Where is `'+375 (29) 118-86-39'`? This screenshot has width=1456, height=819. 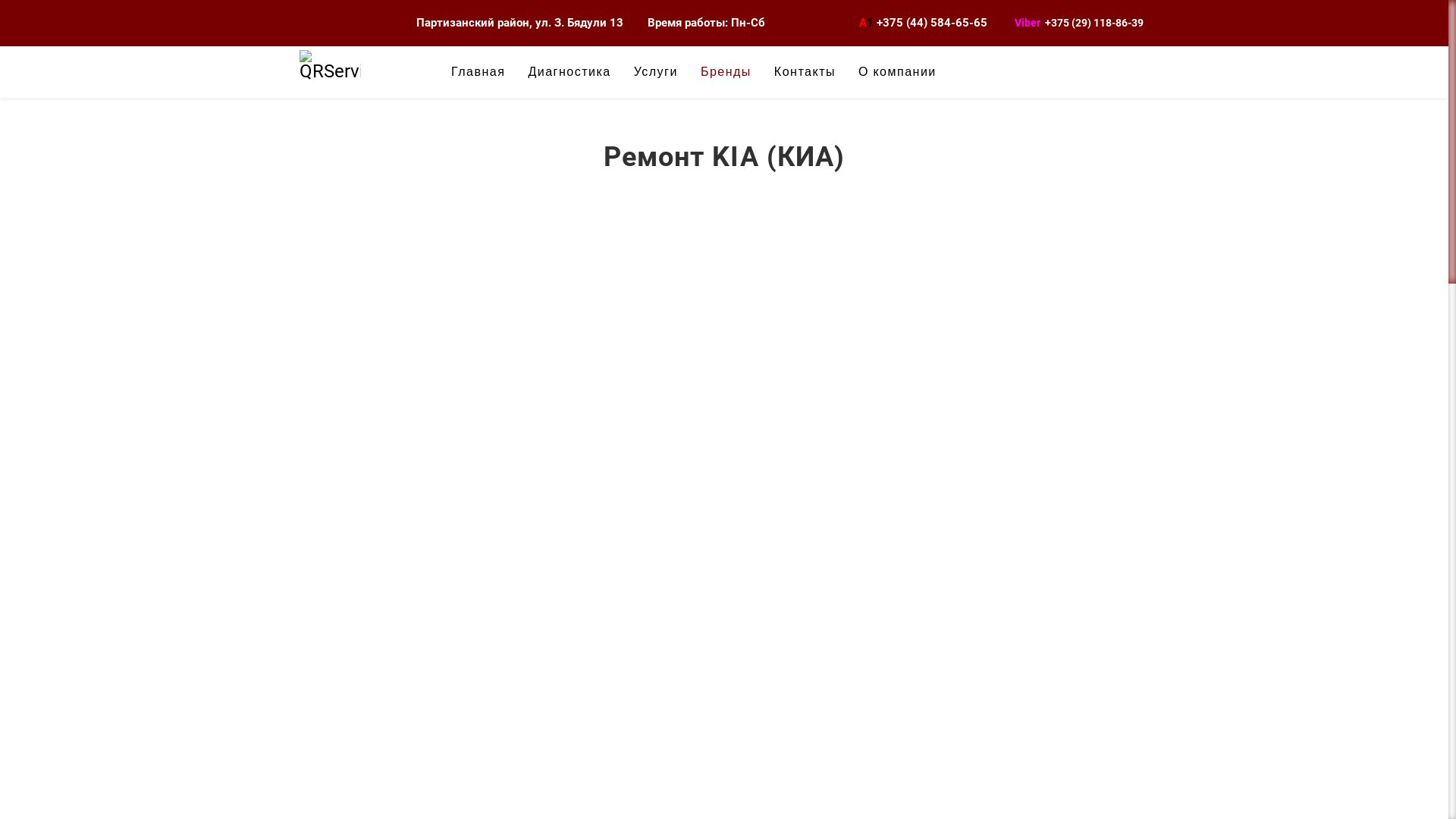 '+375 (29) 118-86-39' is located at coordinates (1094, 23).